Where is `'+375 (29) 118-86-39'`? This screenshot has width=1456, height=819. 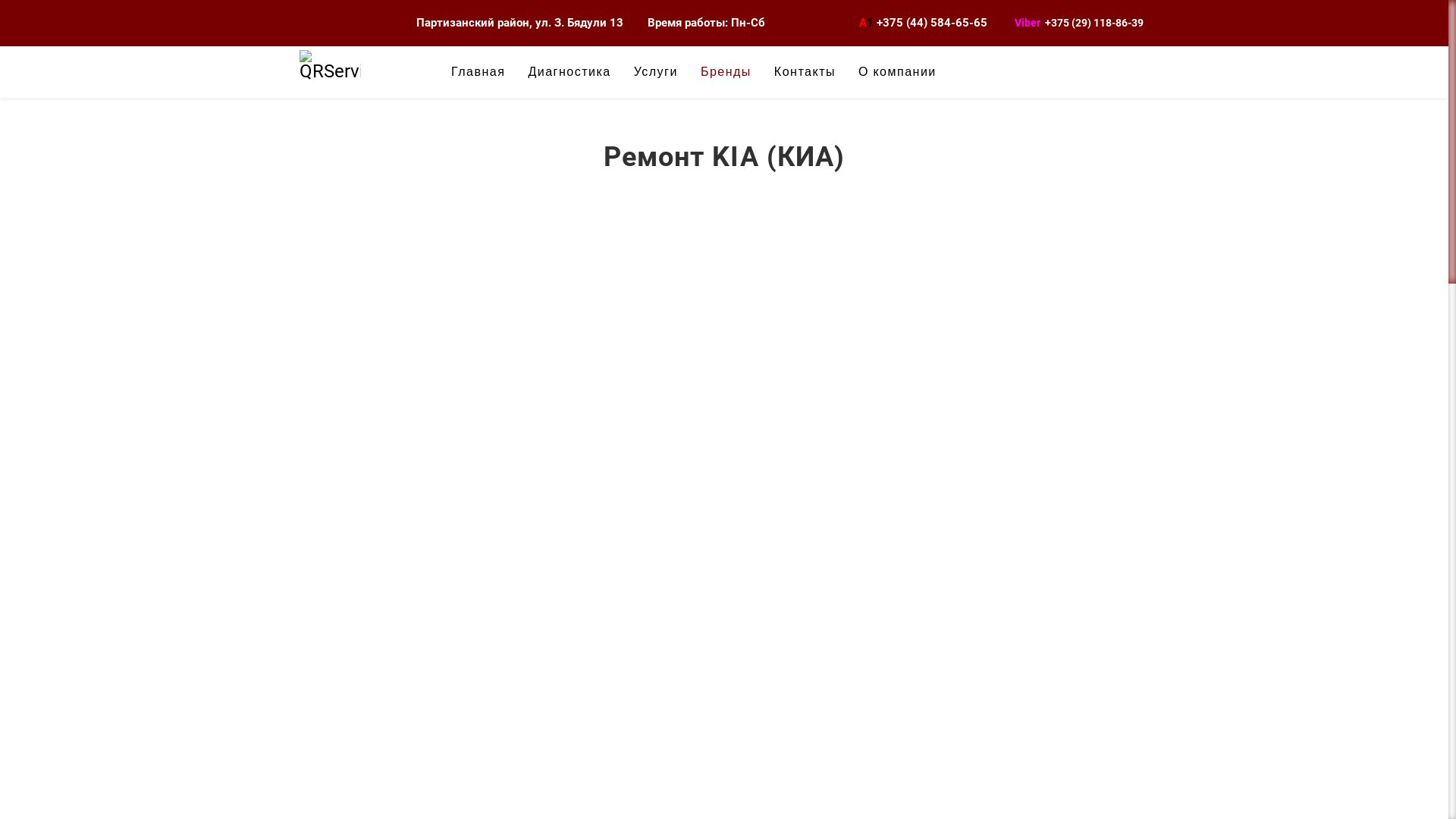 '+375 (29) 118-86-39' is located at coordinates (1094, 23).